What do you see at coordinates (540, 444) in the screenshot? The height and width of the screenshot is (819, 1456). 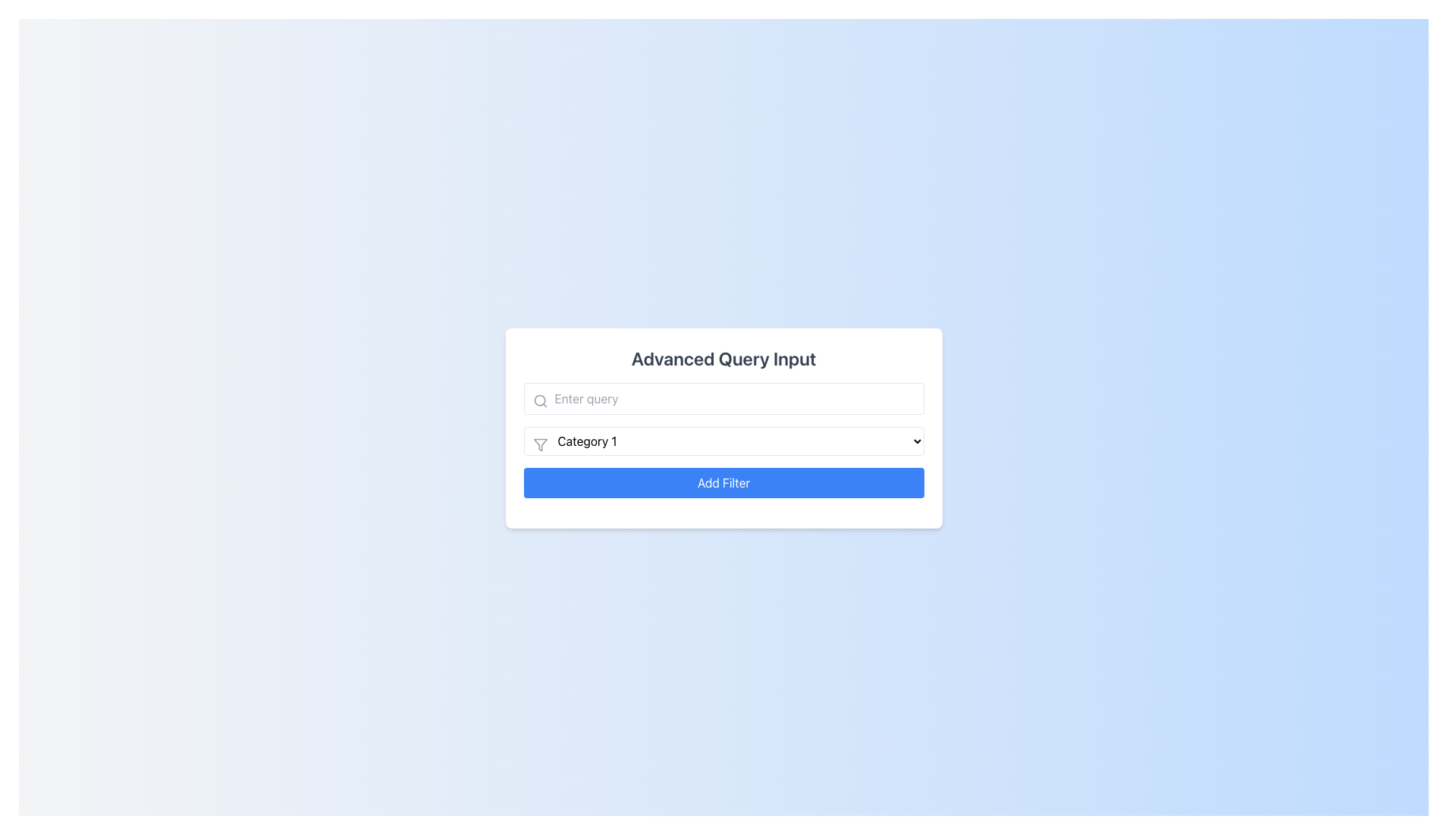 I see `the filtering icon that indicates the dropdown control for selecting categories in the input field` at bounding box center [540, 444].